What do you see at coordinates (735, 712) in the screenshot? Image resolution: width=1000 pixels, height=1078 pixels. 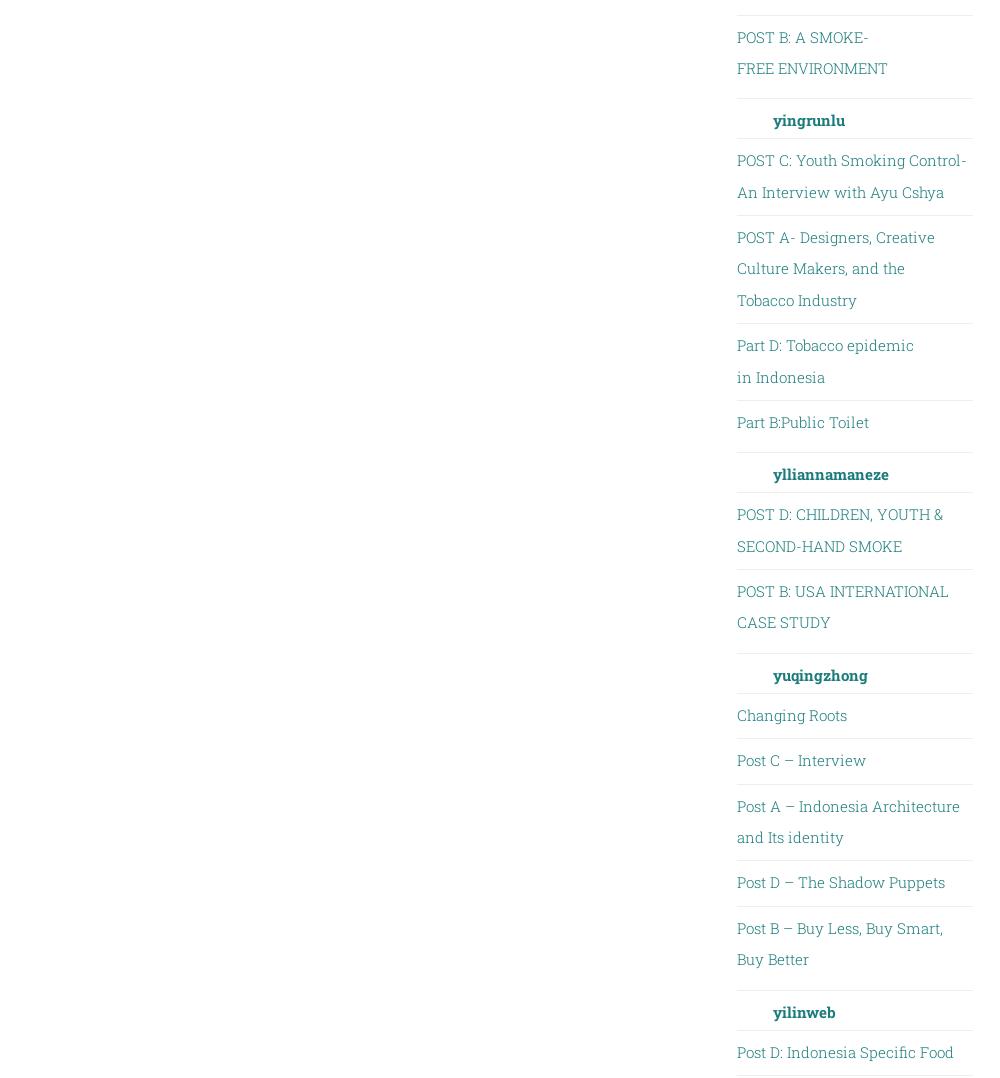 I see `'Changing Roots'` at bounding box center [735, 712].